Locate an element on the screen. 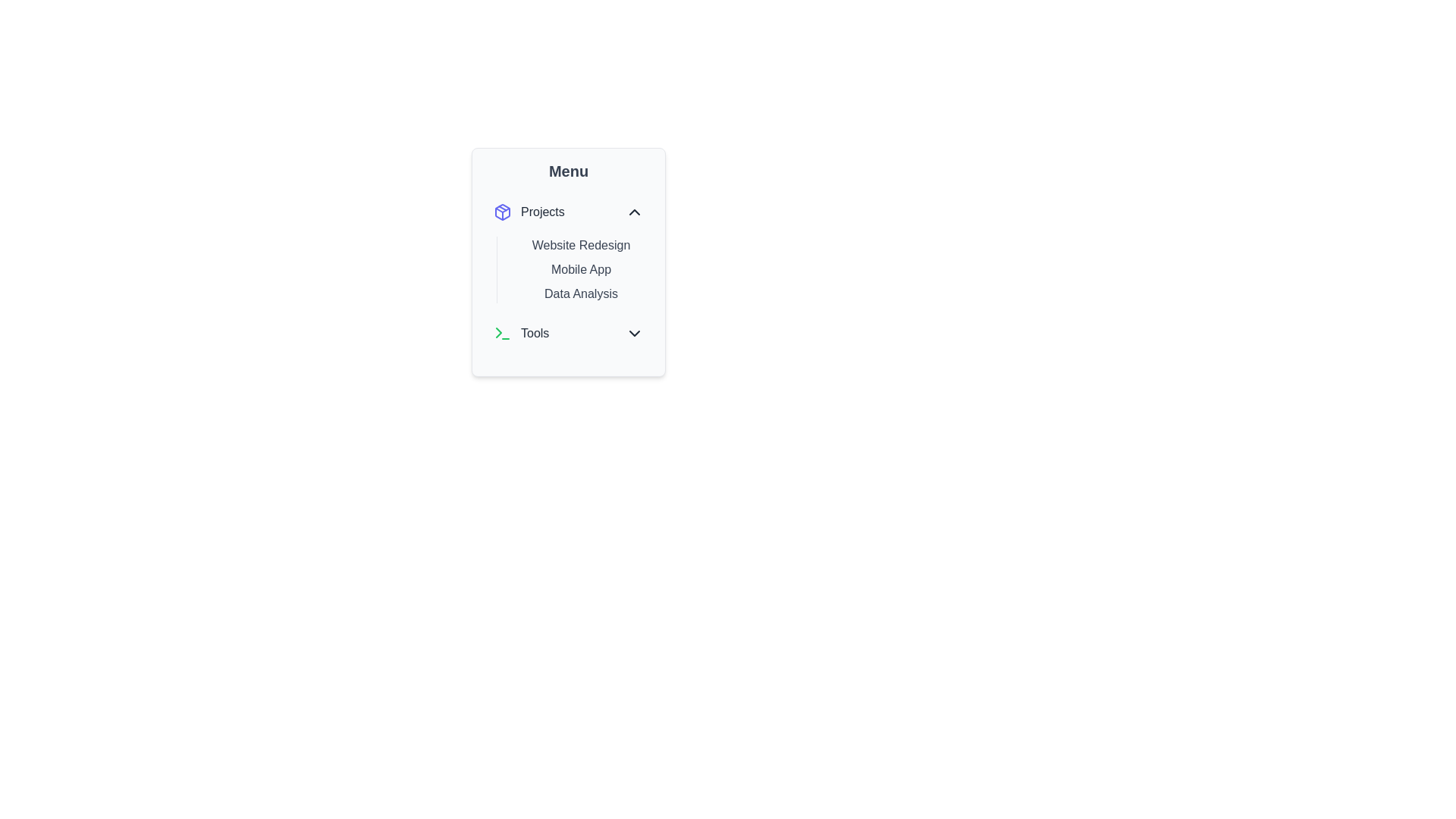 This screenshot has height=819, width=1456. the 'Projects' icon located in the navigation menu is located at coordinates (502, 212).